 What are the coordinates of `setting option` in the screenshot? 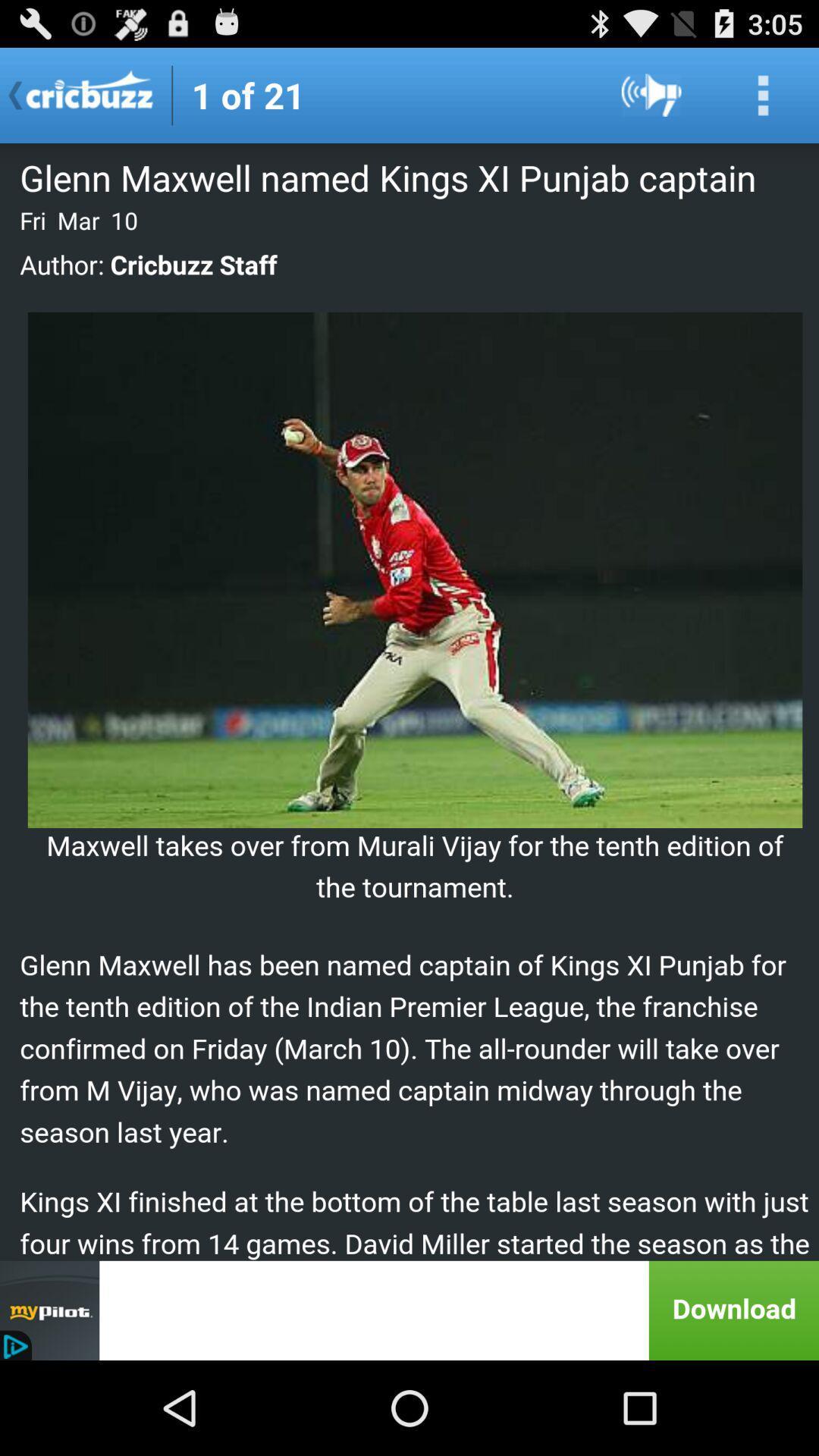 It's located at (763, 94).